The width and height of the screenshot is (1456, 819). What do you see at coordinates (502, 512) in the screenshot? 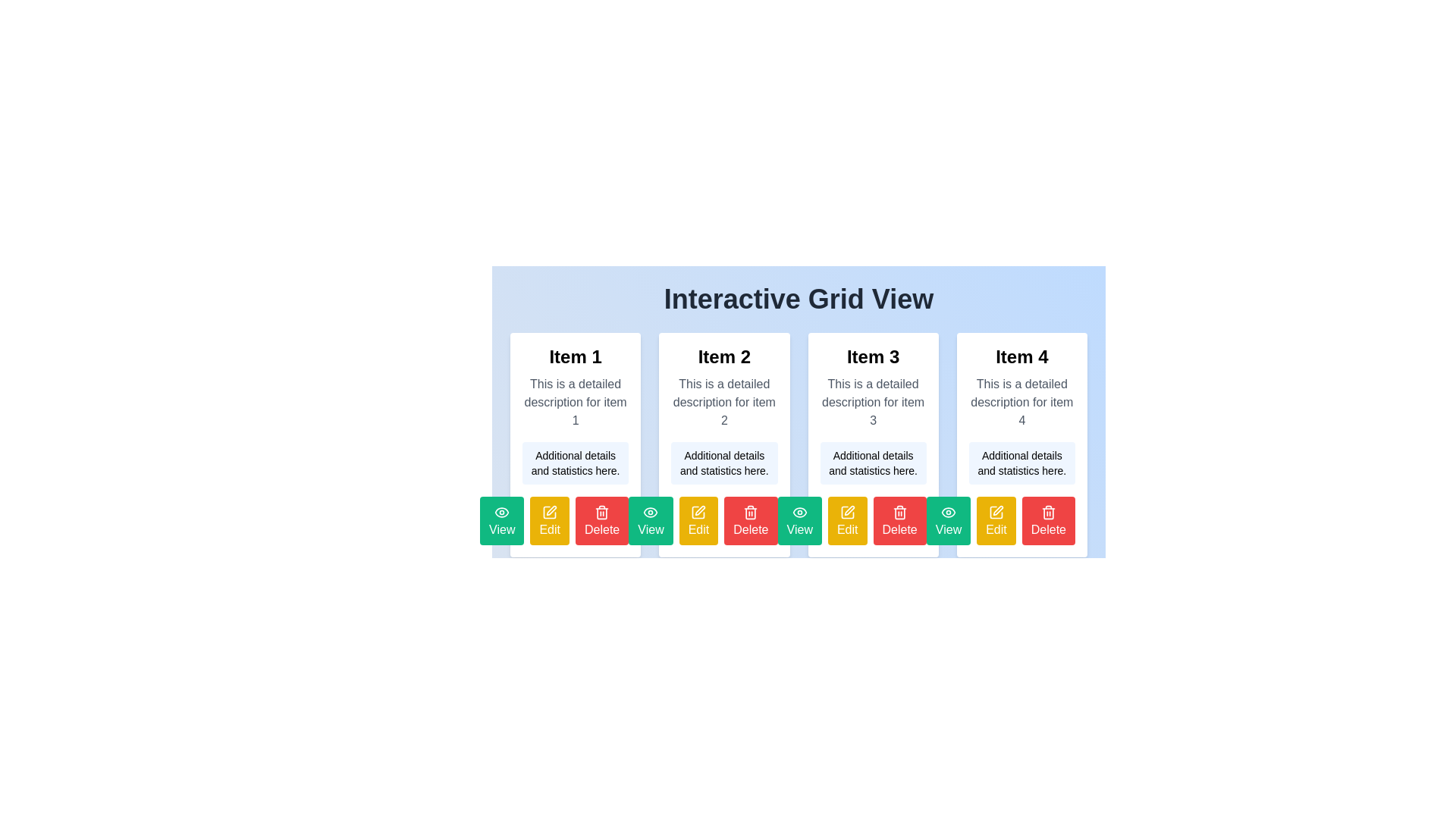
I see `the 'View' button surrounding the eye SVG icon, which is the first action button for 'Item 1'` at bounding box center [502, 512].